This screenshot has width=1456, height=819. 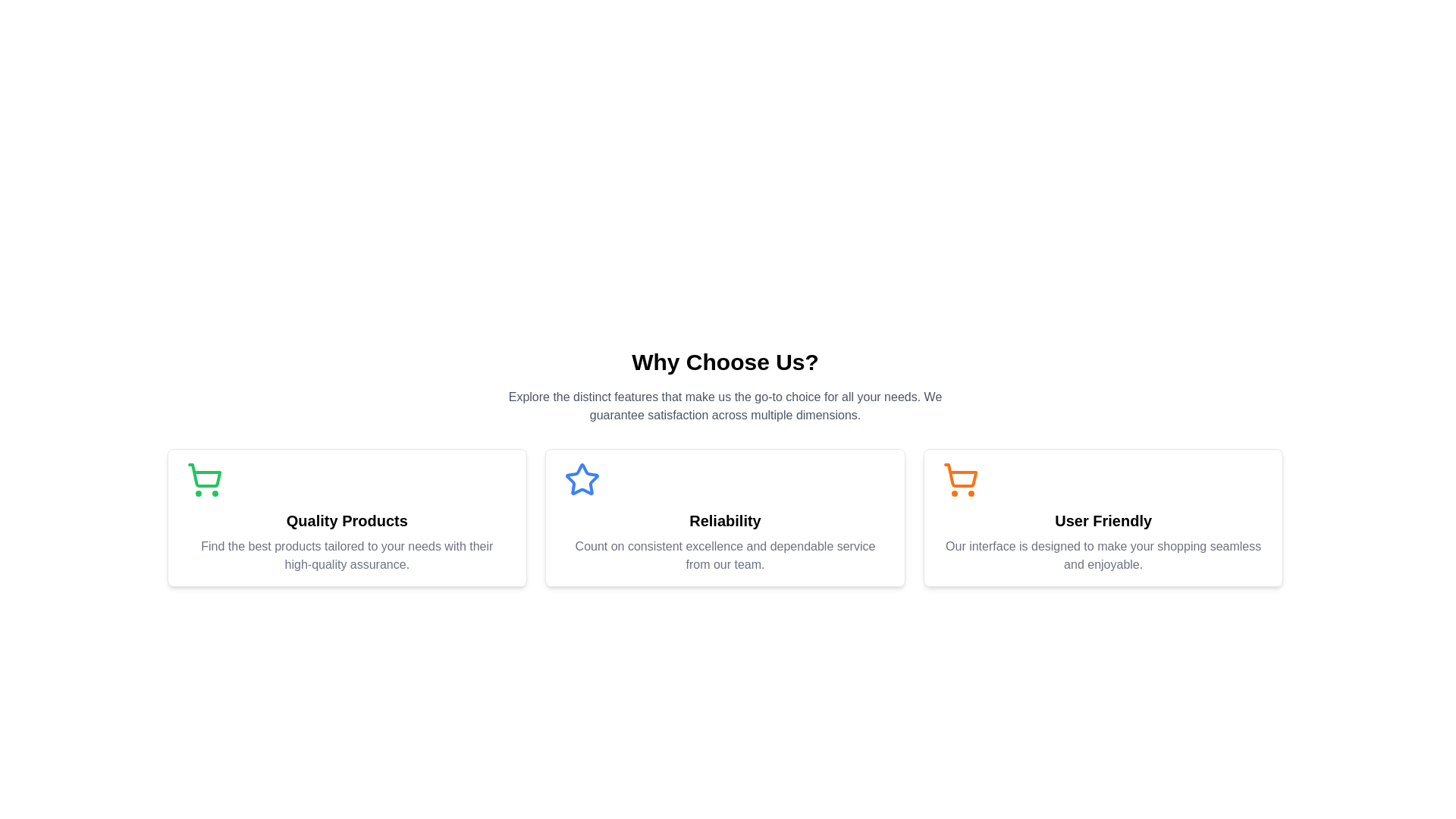 What do you see at coordinates (582, 479) in the screenshot?
I see `the star icon with a blue outline and hollow center located in the 'Reliability' section under the 'Why Choose Us?' heading` at bounding box center [582, 479].